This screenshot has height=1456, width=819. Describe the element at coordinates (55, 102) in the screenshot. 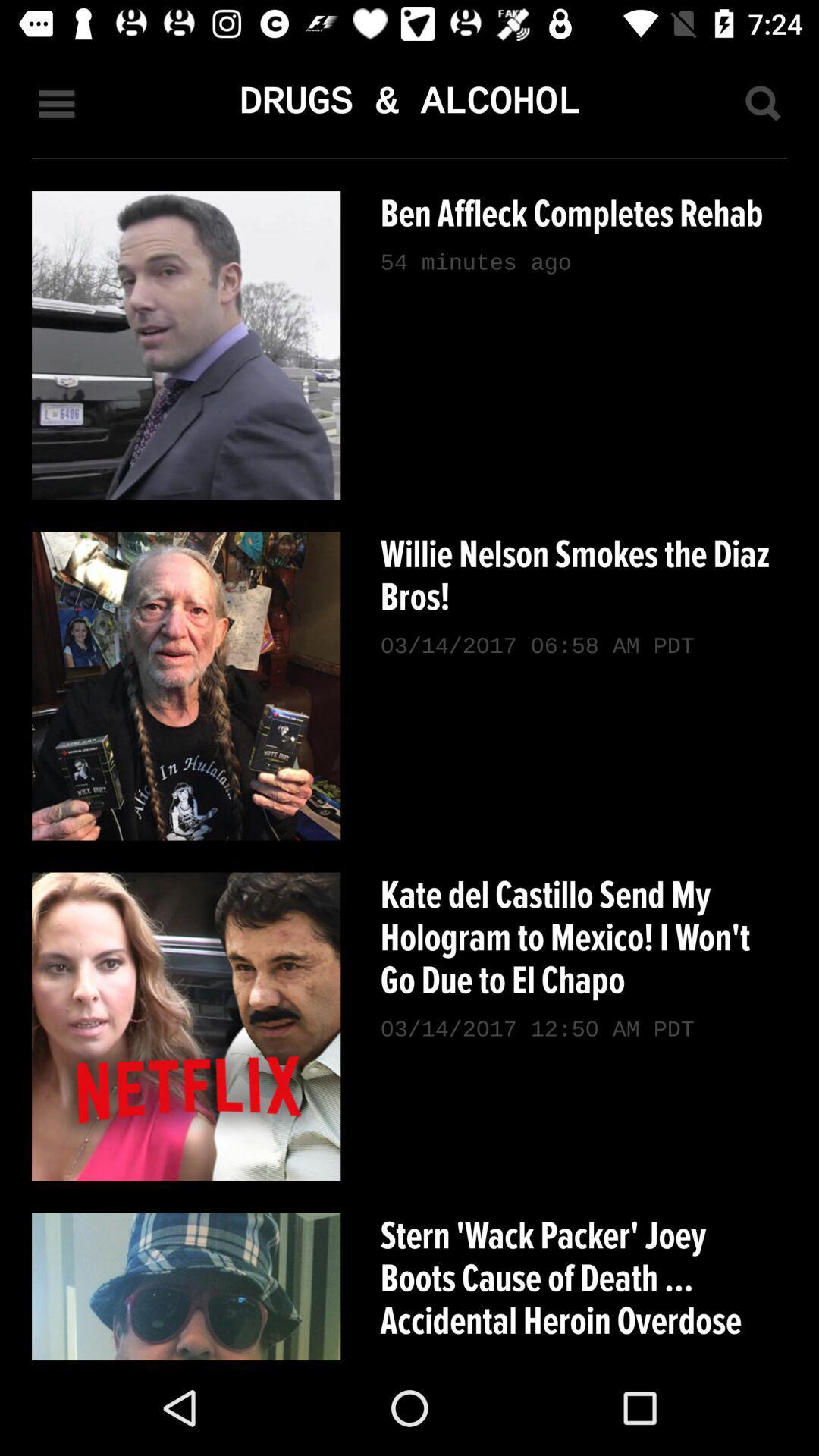

I see `the menu icon` at that location.